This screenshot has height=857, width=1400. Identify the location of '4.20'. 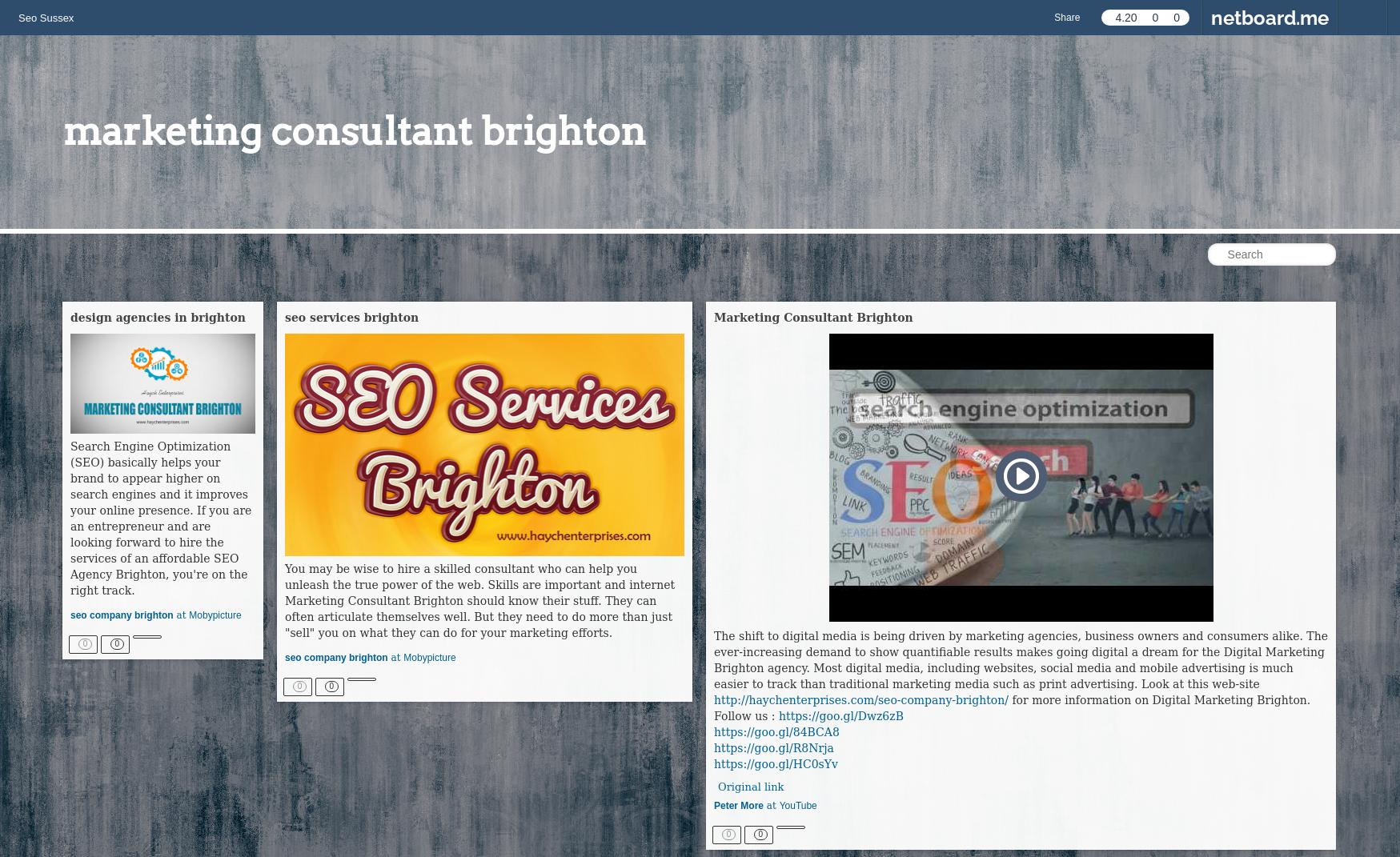
(1125, 16).